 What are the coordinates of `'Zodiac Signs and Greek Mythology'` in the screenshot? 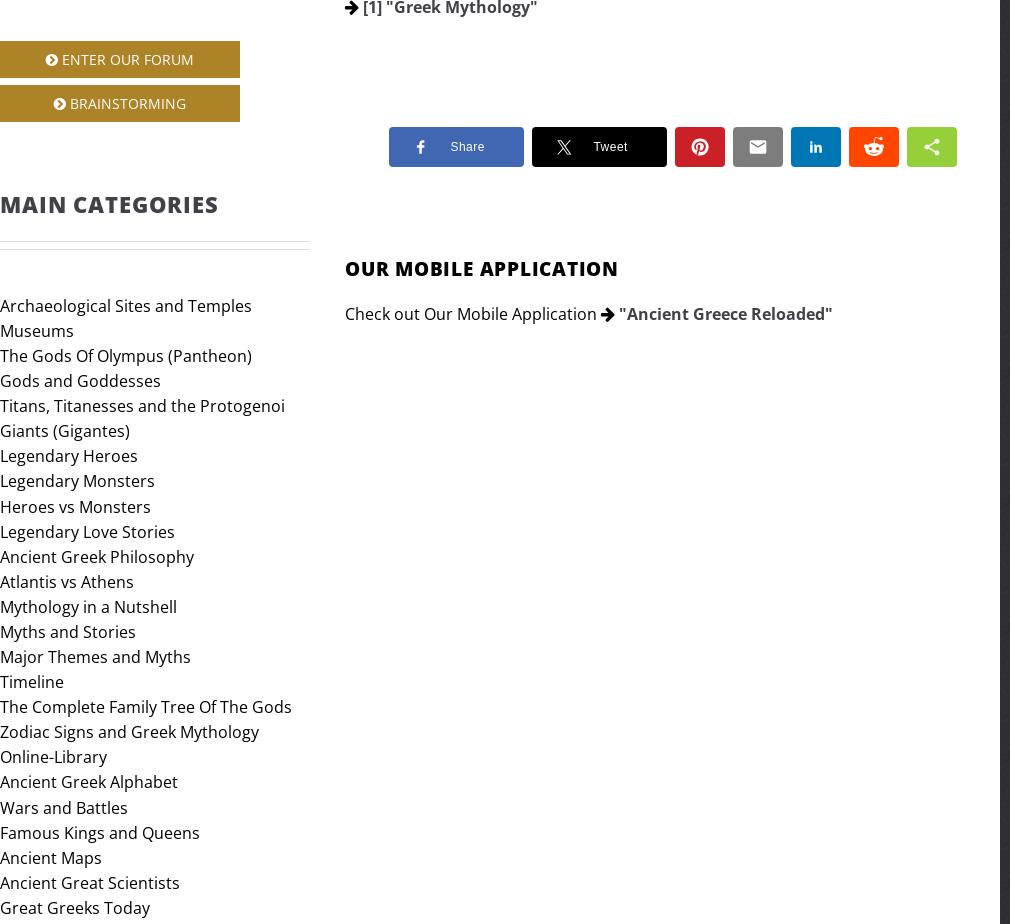 It's located at (128, 731).